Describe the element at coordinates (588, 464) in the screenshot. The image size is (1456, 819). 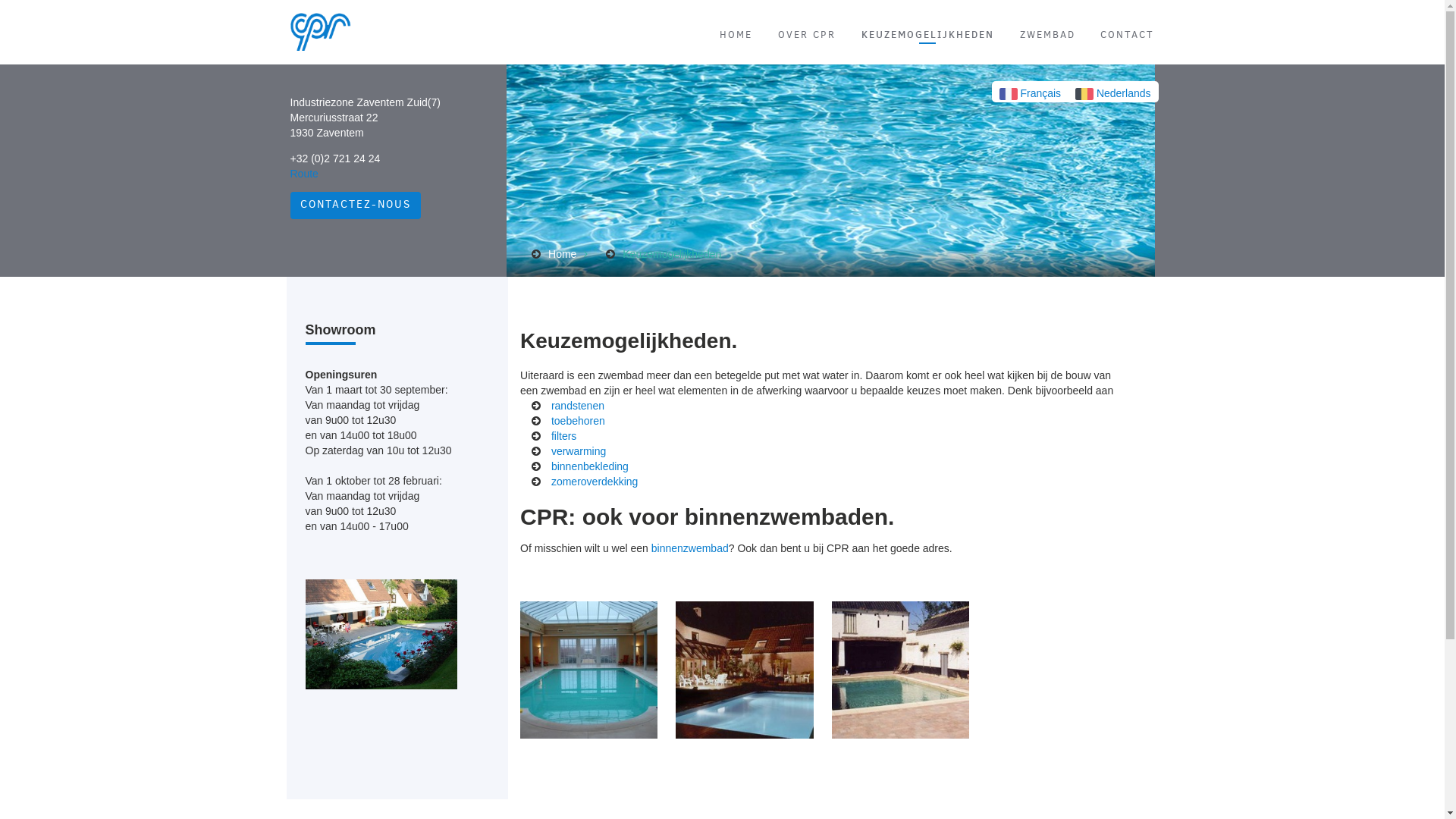
I see `'binnenbekleding'` at that location.